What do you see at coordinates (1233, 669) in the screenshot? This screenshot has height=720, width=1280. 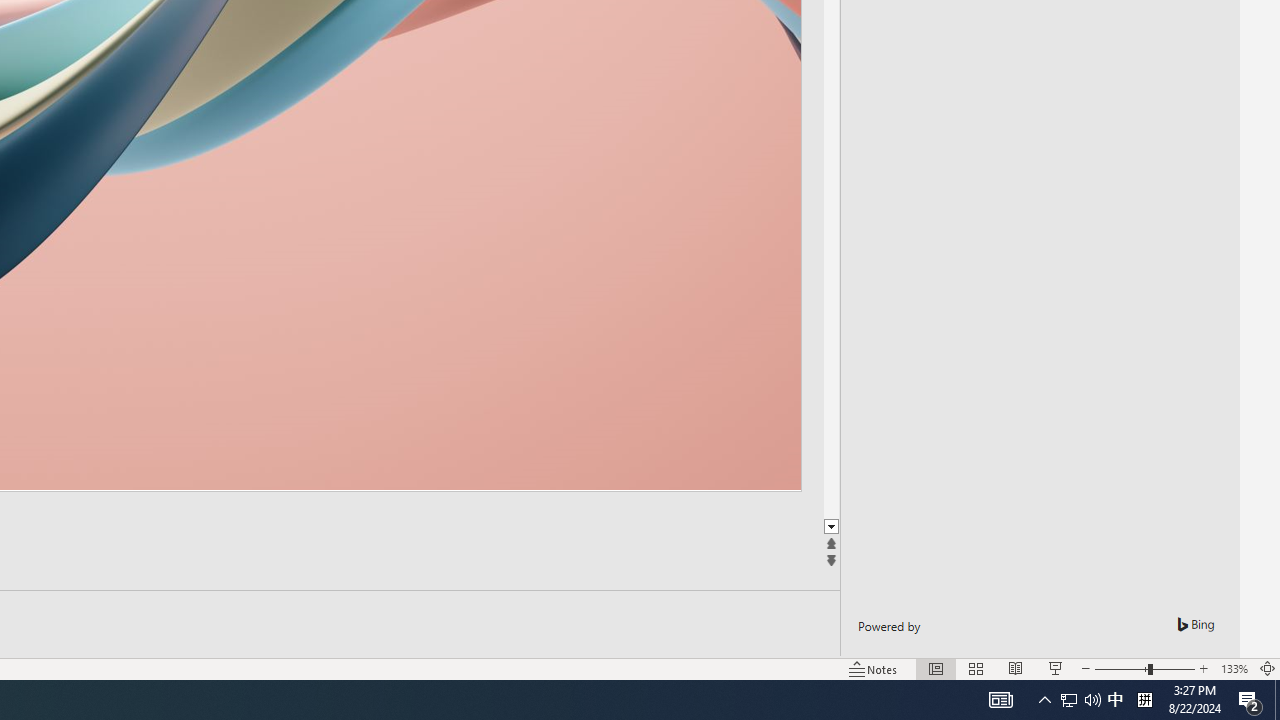 I see `'Zoom 133%'` at bounding box center [1233, 669].